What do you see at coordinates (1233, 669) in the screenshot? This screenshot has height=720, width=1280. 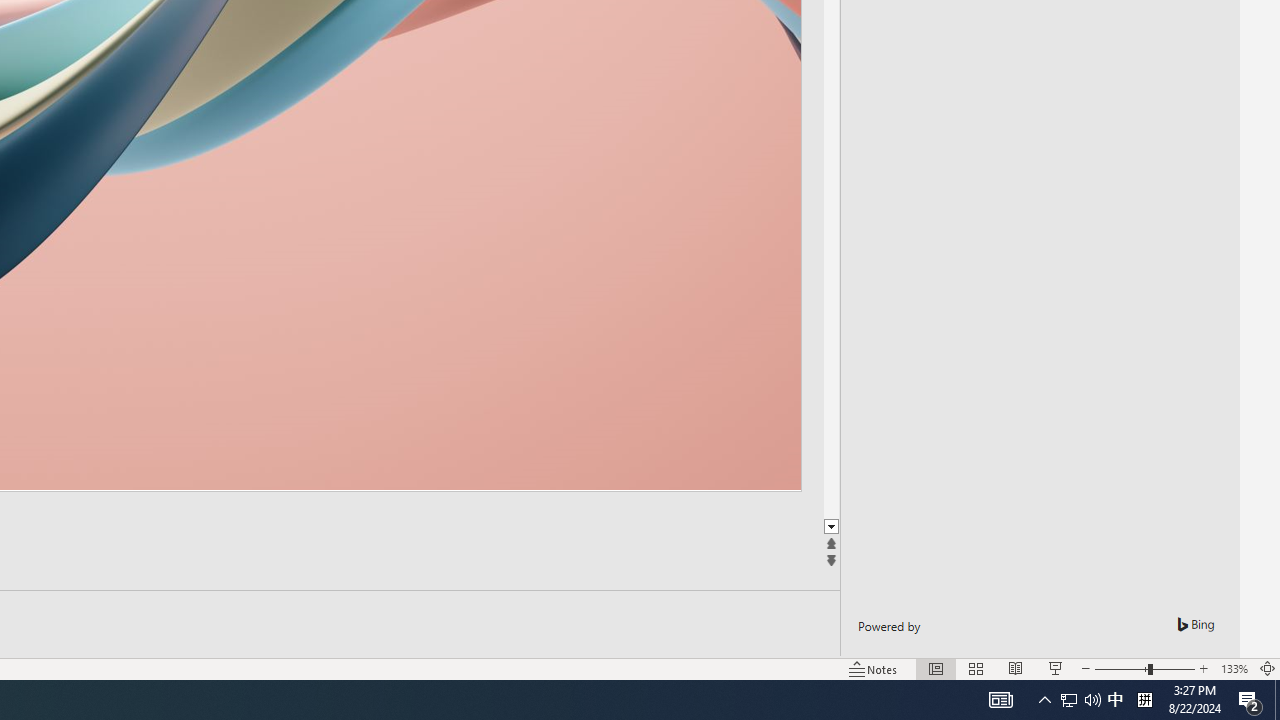 I see `'Zoom 133%'` at bounding box center [1233, 669].